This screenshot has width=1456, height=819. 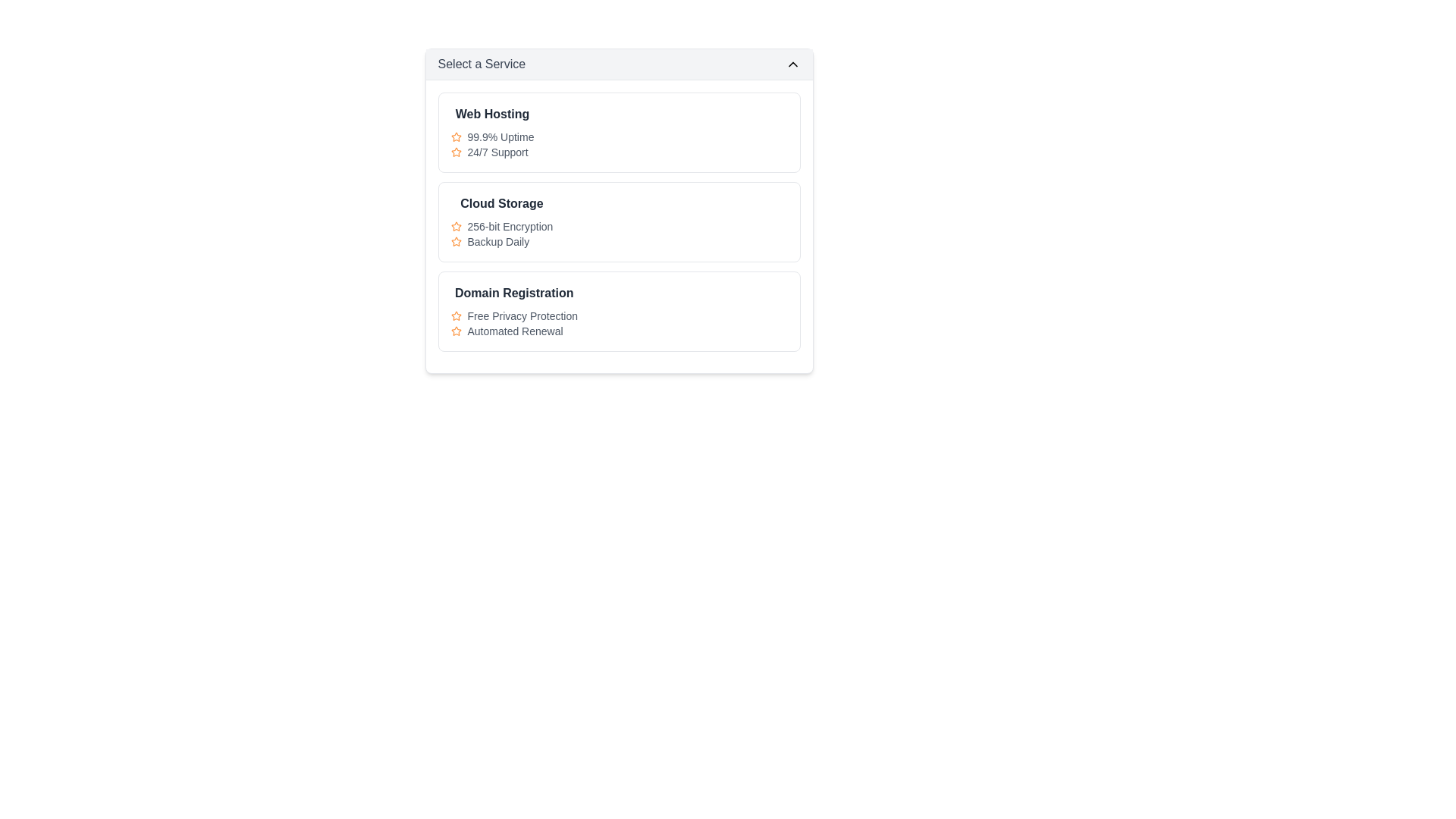 I want to click on the text label indicating that backups for 'Cloud Storage' are performed daily, located beneath the '256-bit Encryption' label in the 'Cloud Storage' panel, so click(x=502, y=241).